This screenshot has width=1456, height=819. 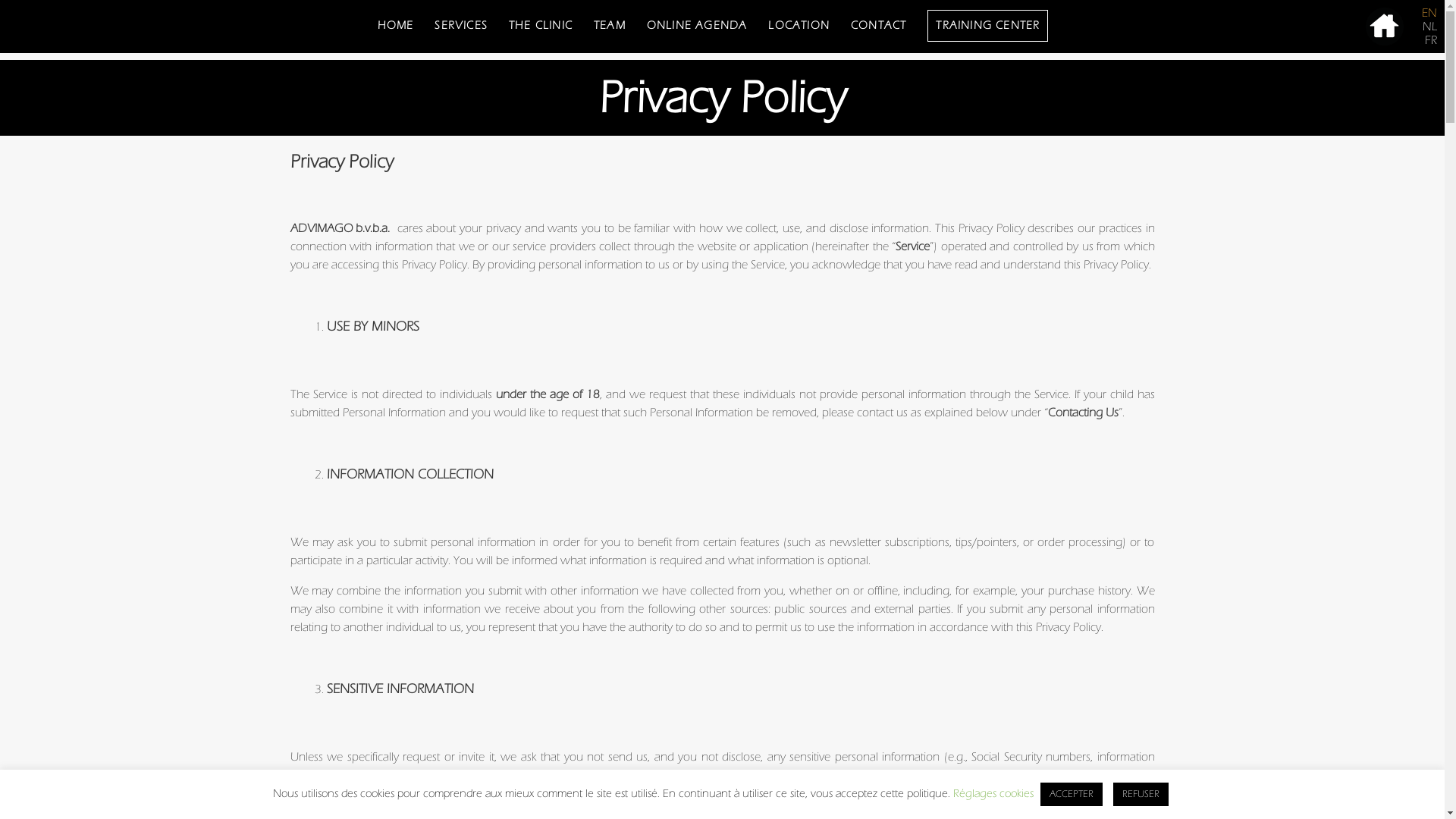 What do you see at coordinates (1070, 793) in the screenshot?
I see `'ACCEPTER'` at bounding box center [1070, 793].